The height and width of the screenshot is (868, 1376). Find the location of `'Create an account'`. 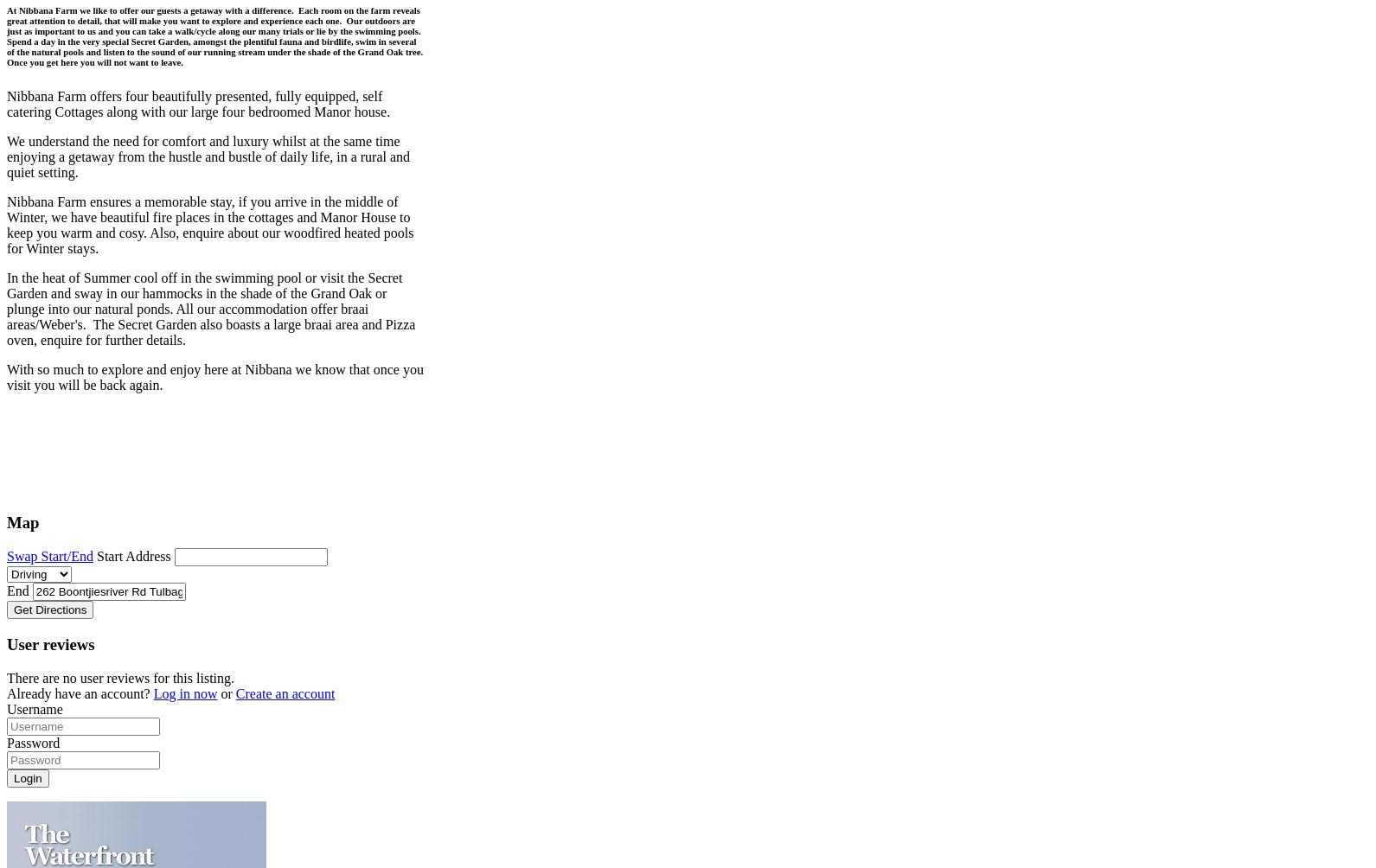

'Create an account' is located at coordinates (285, 692).